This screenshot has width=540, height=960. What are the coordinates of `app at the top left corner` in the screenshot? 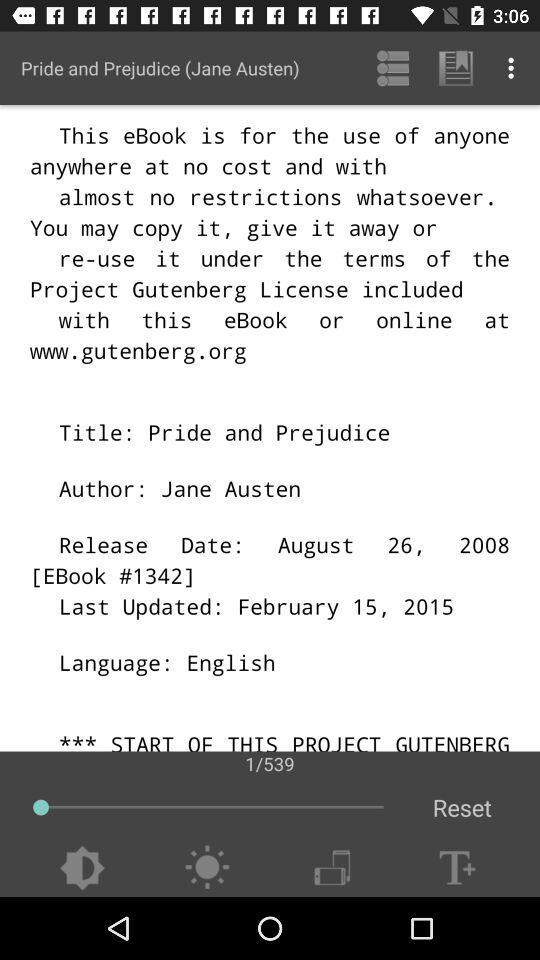 It's located at (159, 68).